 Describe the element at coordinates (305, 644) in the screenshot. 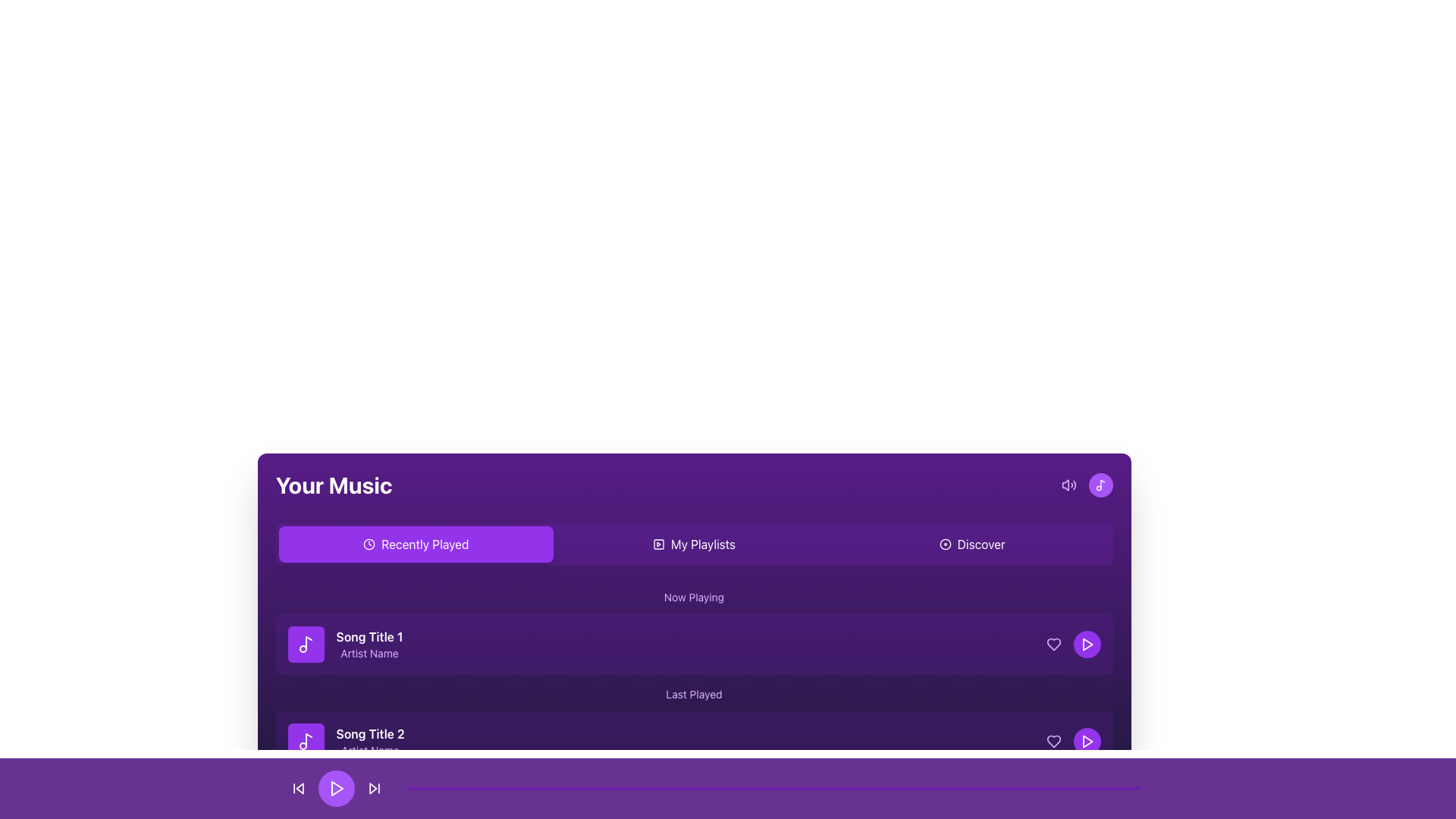

I see `the musical note icon within the purple button associated with 'Song Title 1' in the 'Recently Played' section of 'Your Music'` at that location.